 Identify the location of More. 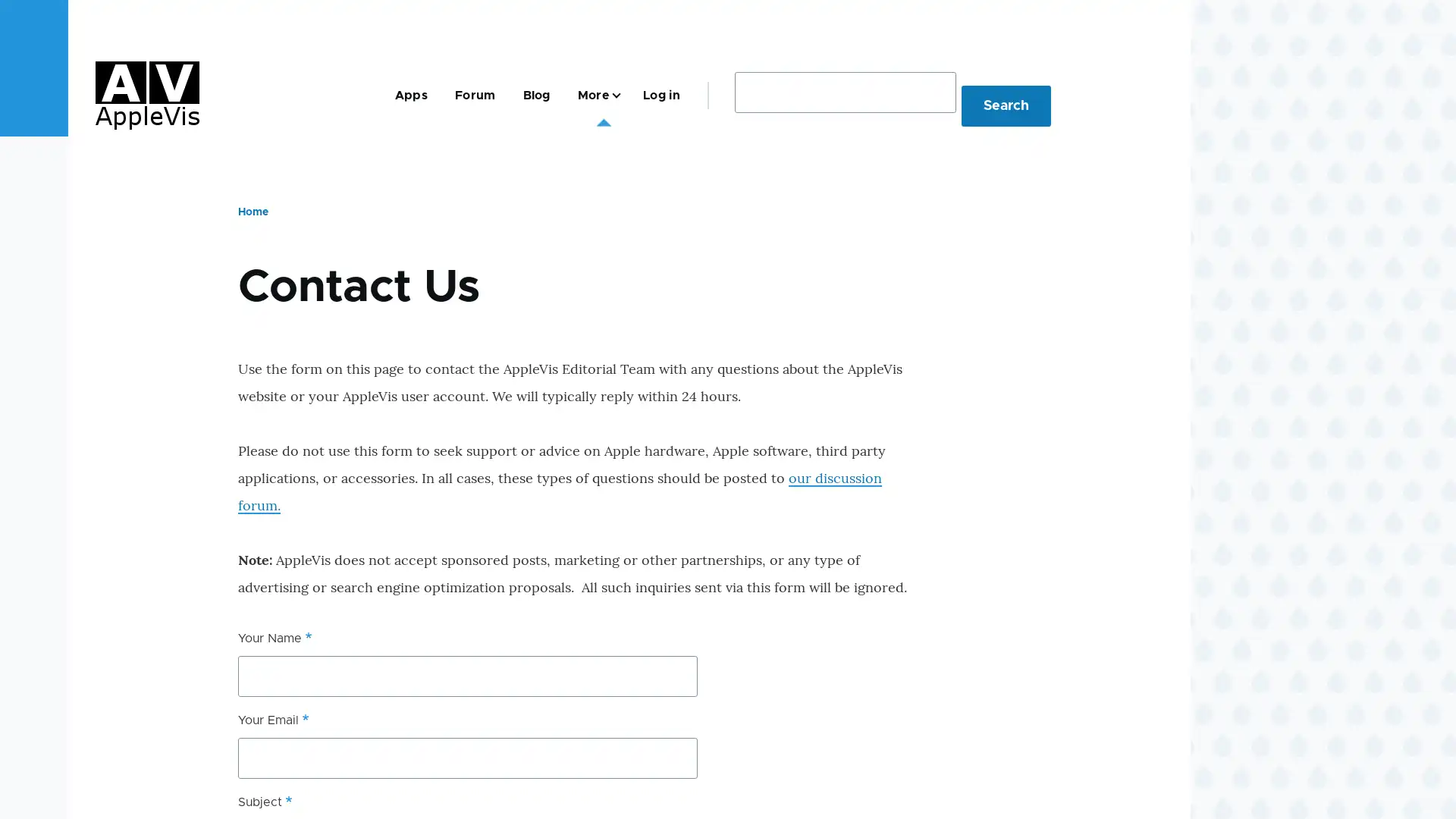
(595, 95).